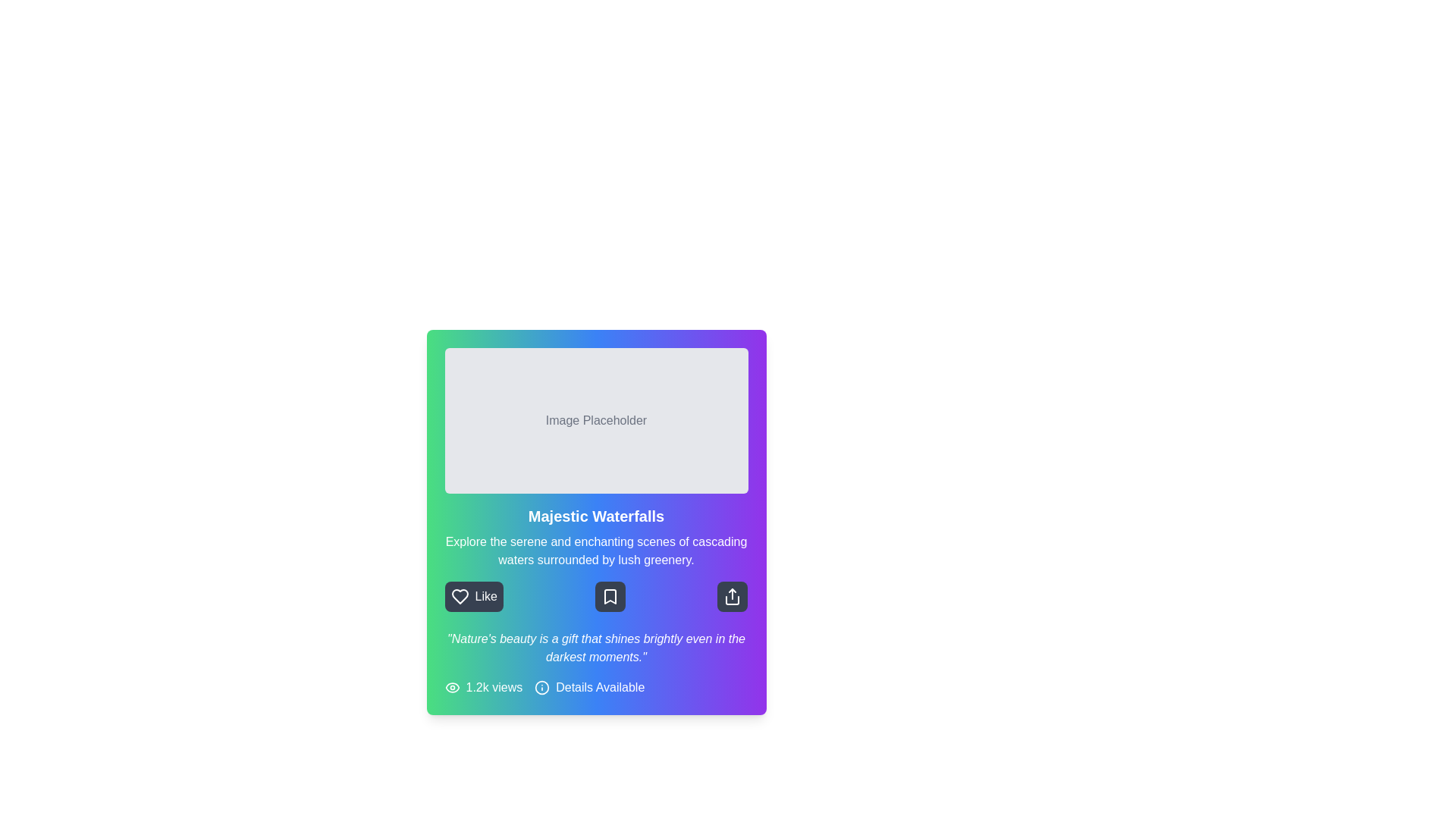 The width and height of the screenshot is (1456, 819). I want to click on the share button located below the 'Majestic Waterfalls' title, so click(733, 595).